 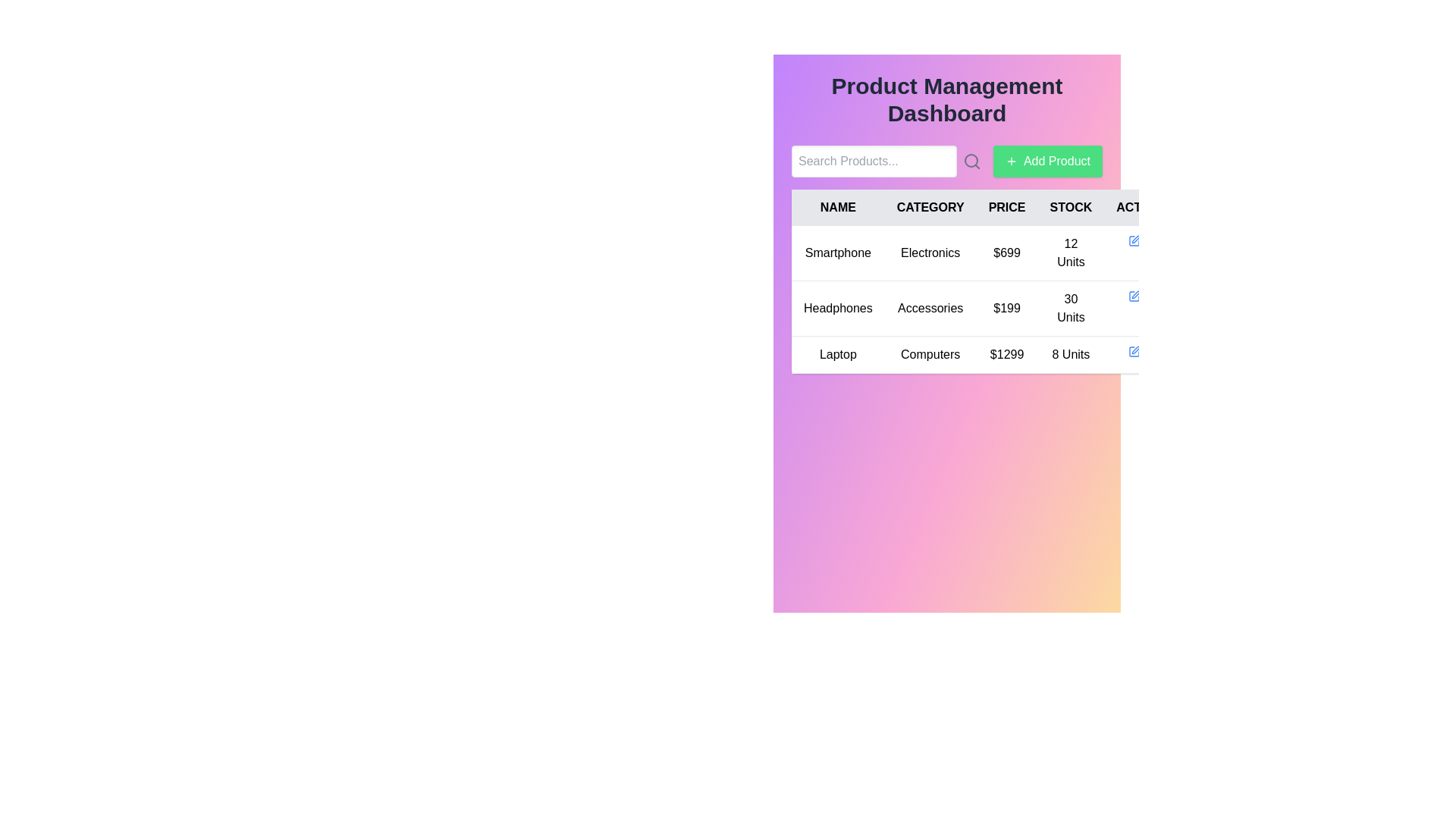 What do you see at coordinates (1070, 207) in the screenshot?
I see `the 'STOCK QUANTITIES' label in the fourth position of the table header, which is located between the 'PRICE' and 'ACTIONS' labels` at bounding box center [1070, 207].